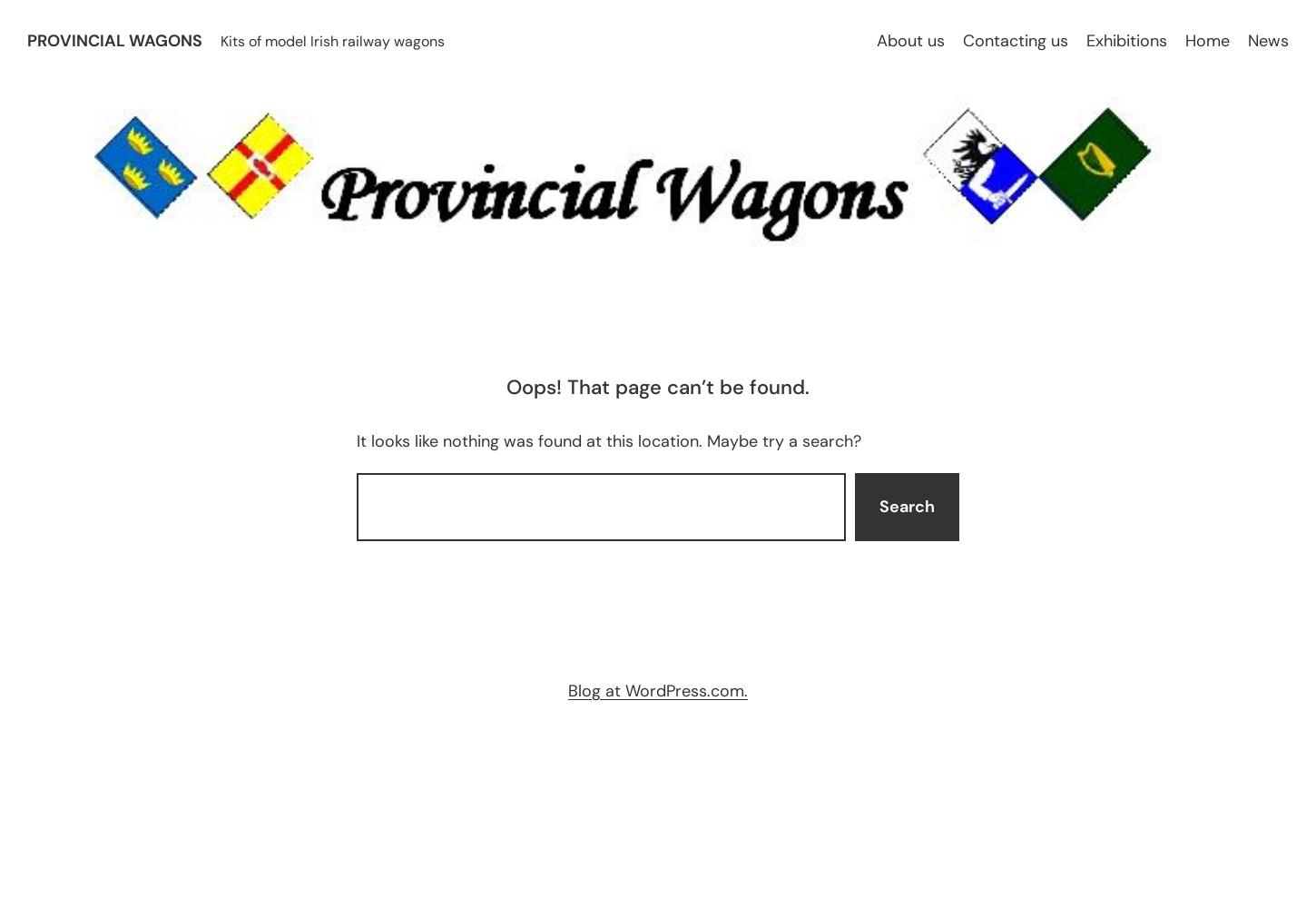  Describe the element at coordinates (658, 387) in the screenshot. I see `'Oops! That page can’t be found.'` at that location.